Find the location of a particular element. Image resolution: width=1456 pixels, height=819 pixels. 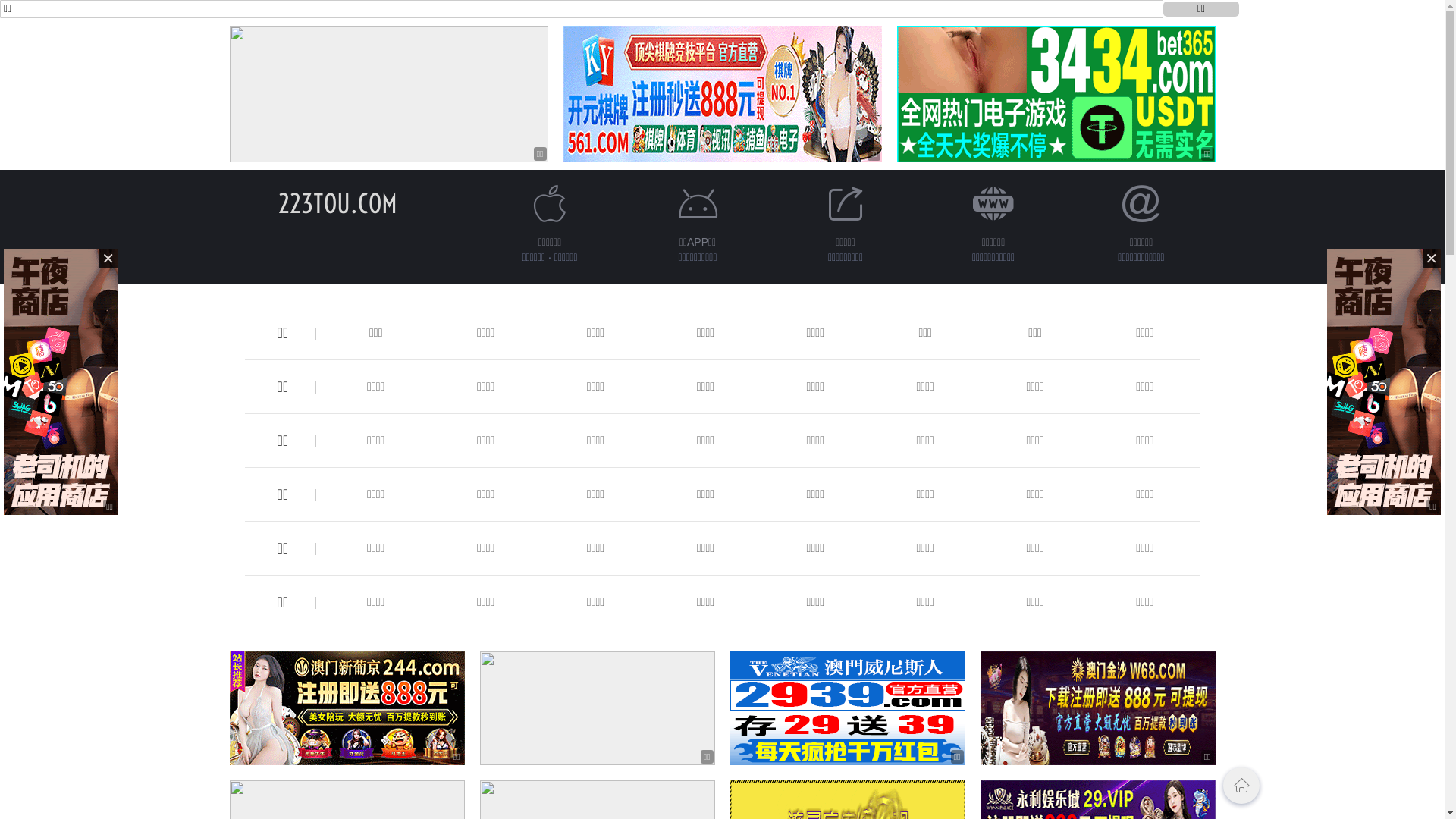

'223TOU.COM' is located at coordinates (337, 202).